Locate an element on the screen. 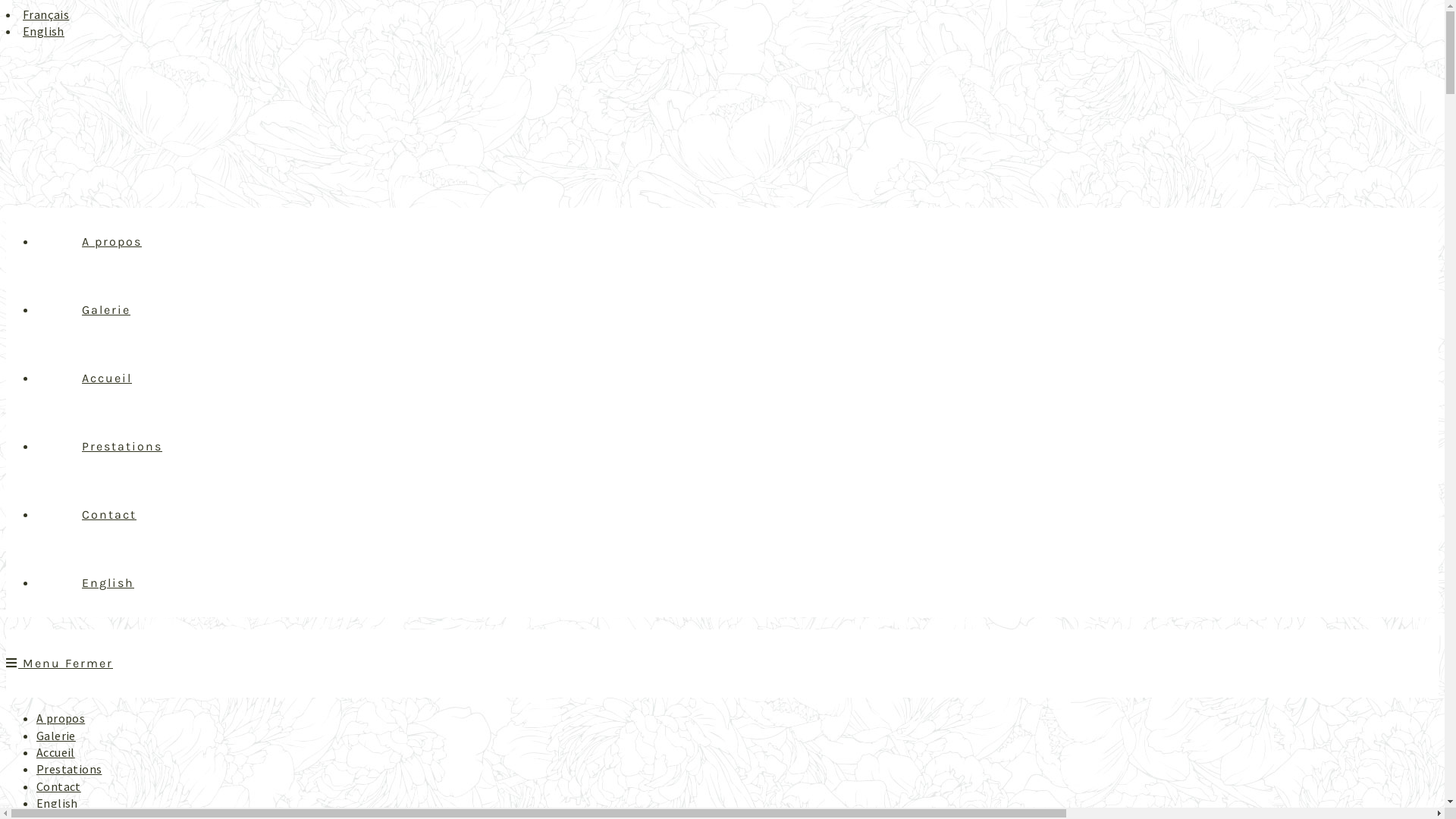 This screenshot has width=1456, height=819. 'English' is located at coordinates (57, 802).